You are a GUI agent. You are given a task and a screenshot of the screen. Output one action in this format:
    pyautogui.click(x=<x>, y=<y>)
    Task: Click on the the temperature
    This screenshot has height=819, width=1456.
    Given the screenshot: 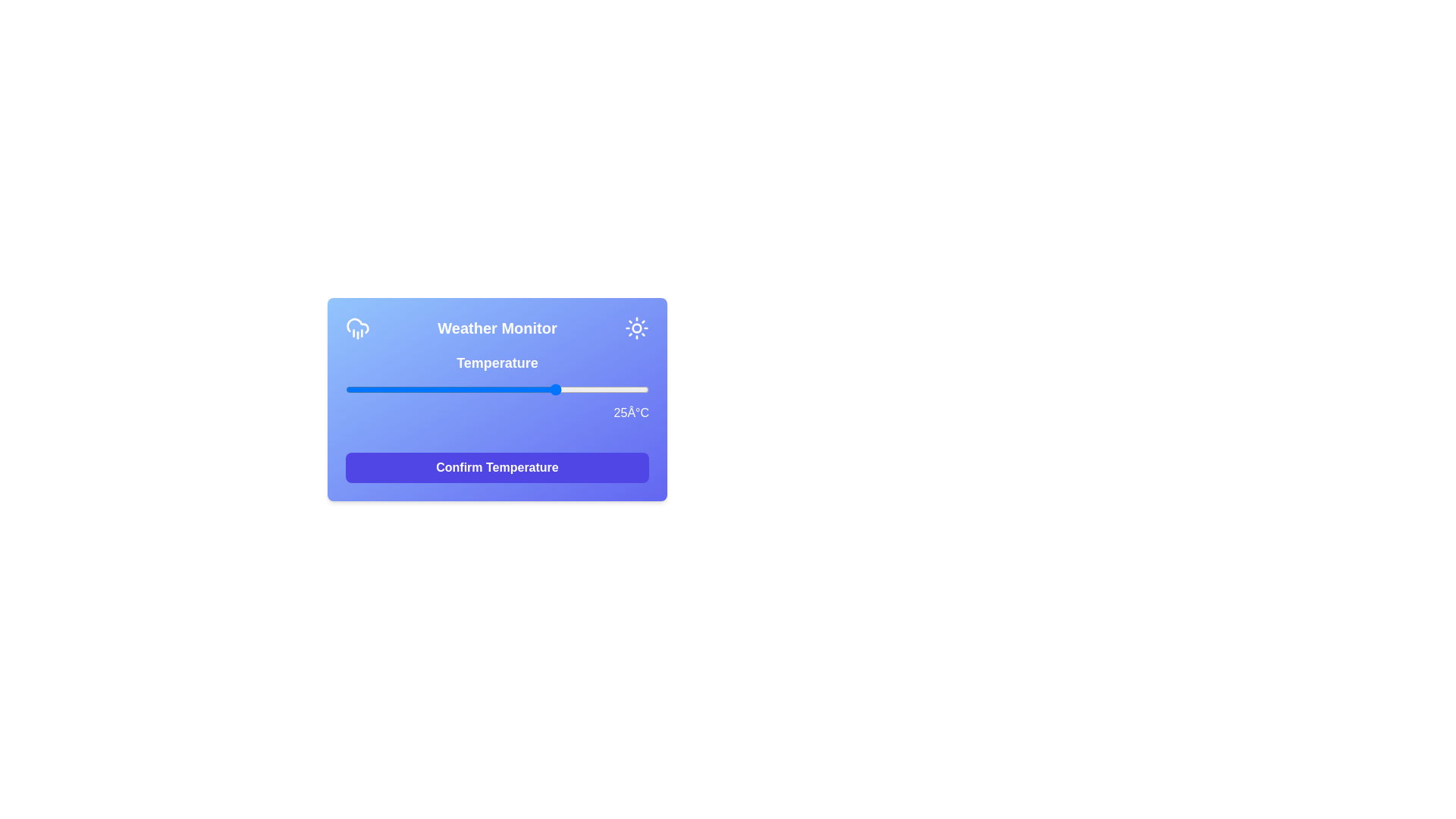 What is the action you would take?
    pyautogui.click(x=643, y=388)
    